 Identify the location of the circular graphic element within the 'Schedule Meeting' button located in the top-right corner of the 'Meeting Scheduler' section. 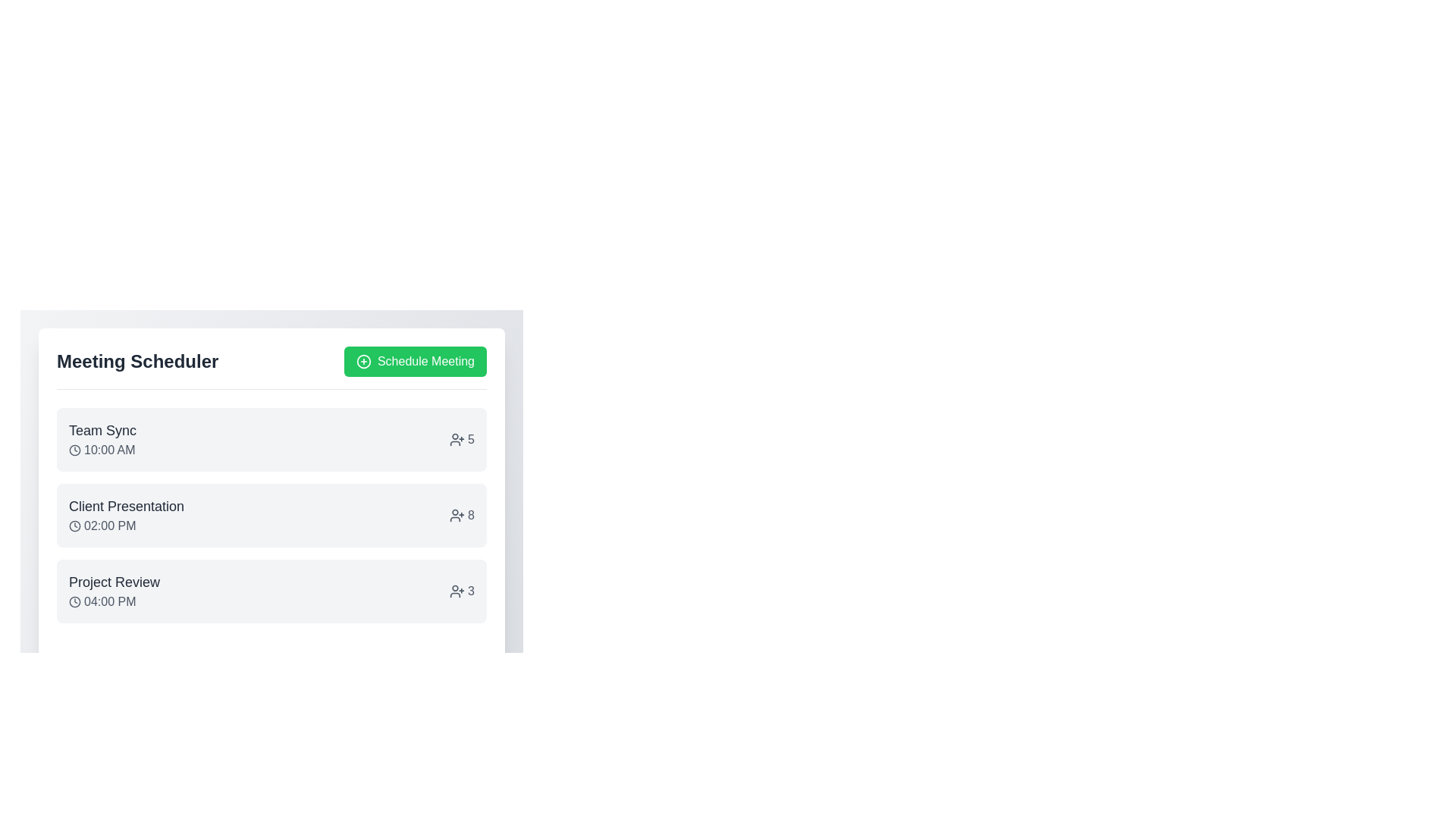
(364, 362).